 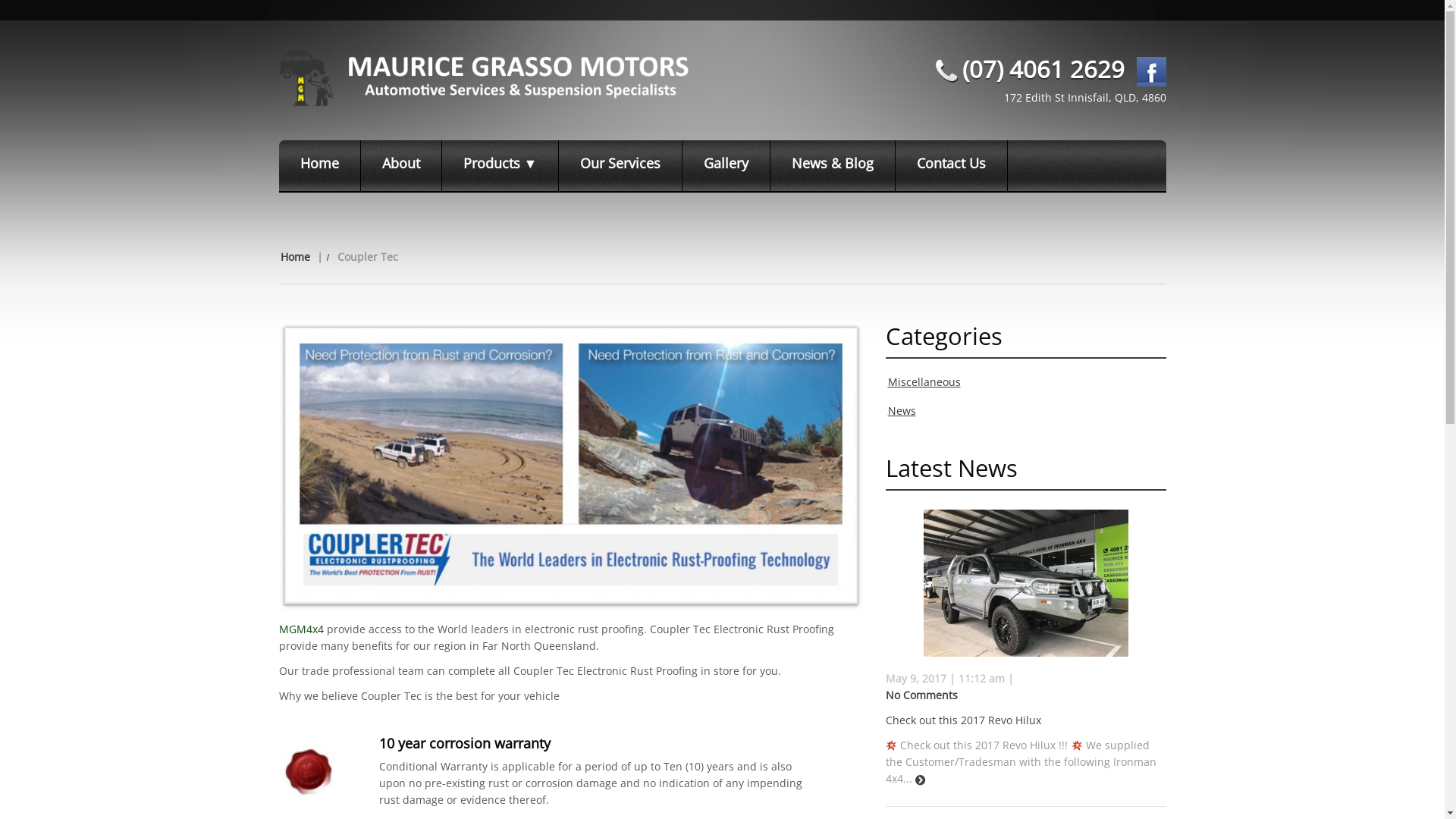 I want to click on 'Contact Us', so click(x=950, y=165).